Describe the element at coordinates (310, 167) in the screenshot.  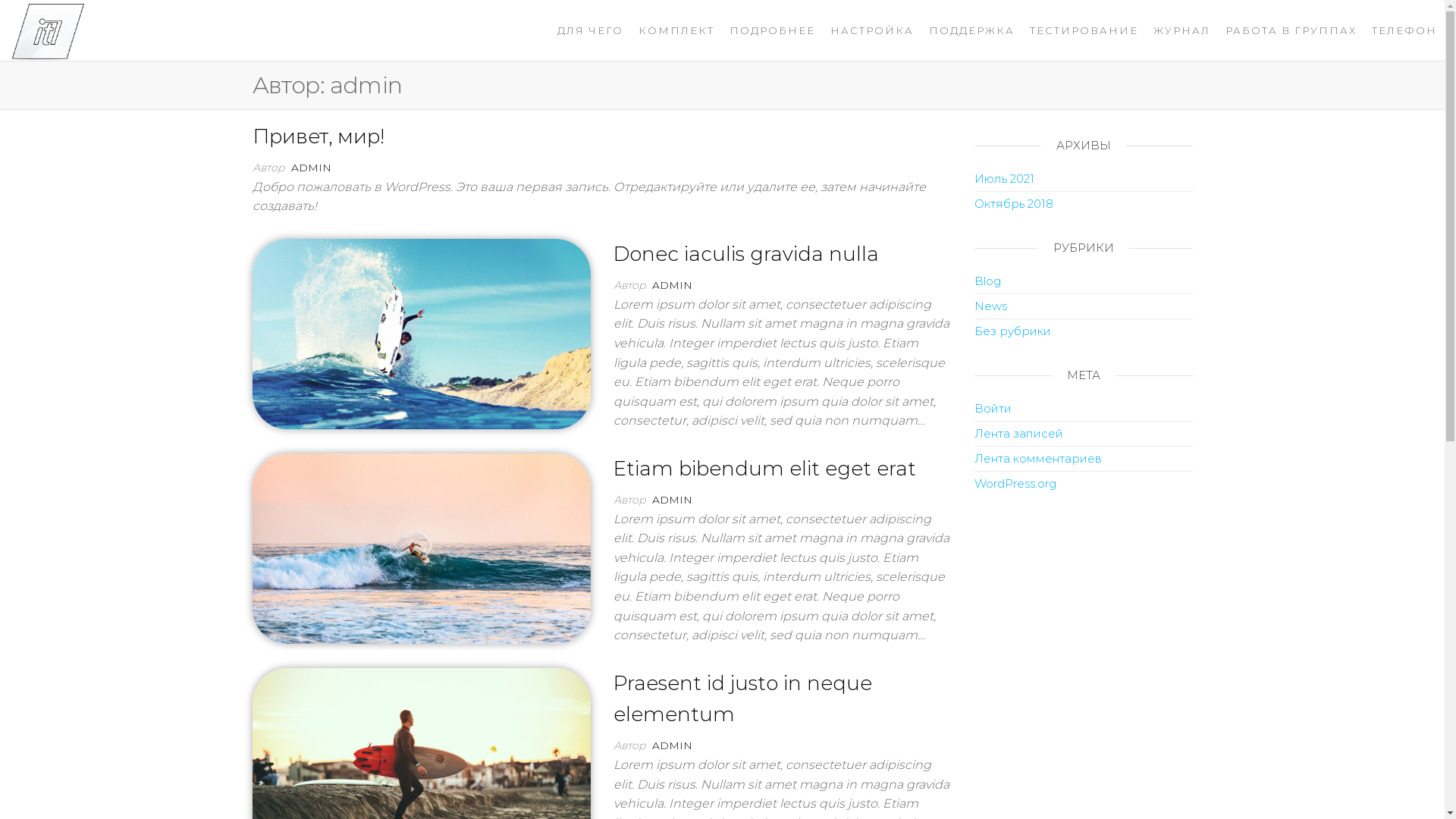
I see `'ADMIN'` at that location.